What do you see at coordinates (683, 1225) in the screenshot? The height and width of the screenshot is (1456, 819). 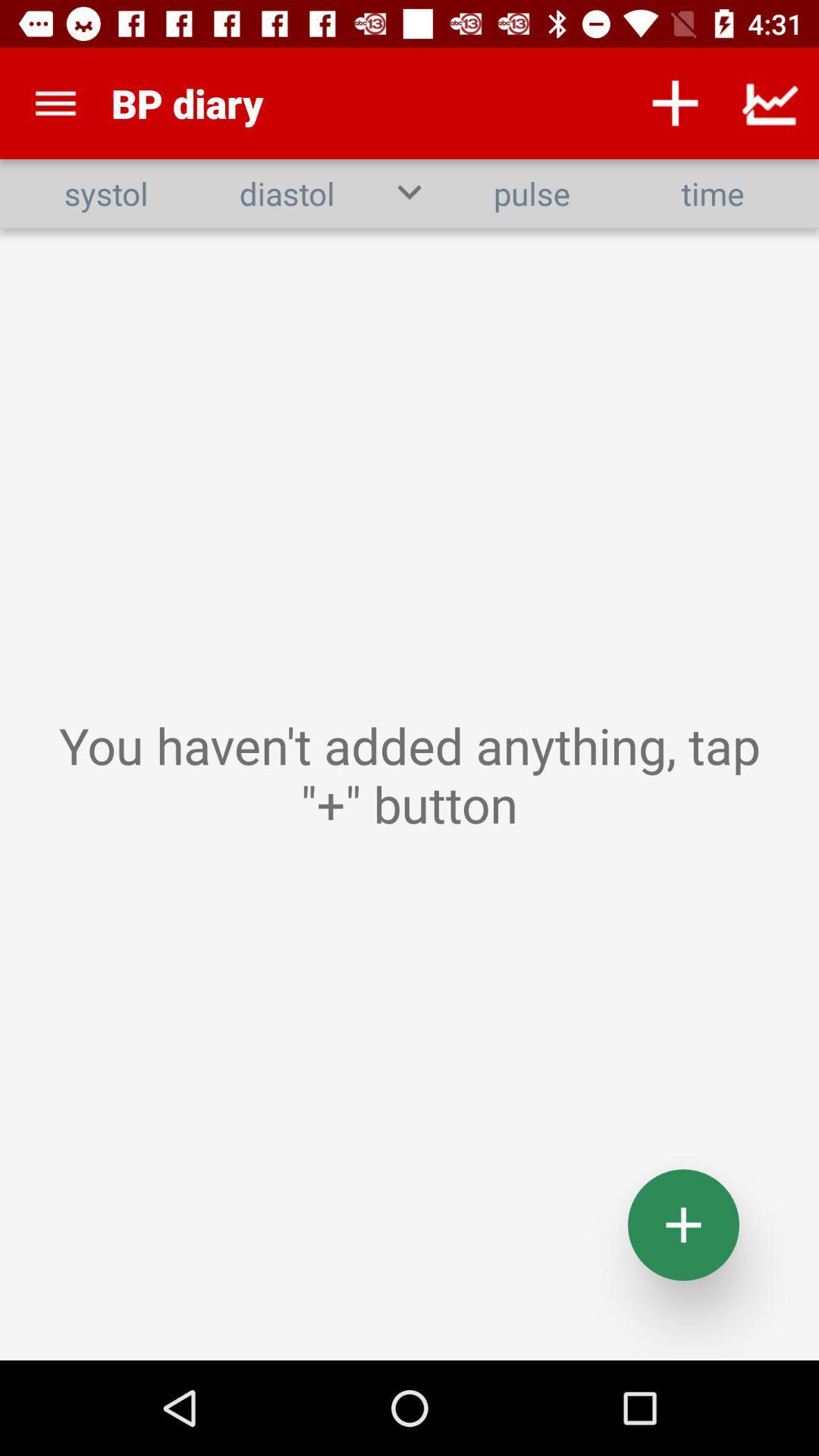 I see `the add icon` at bounding box center [683, 1225].